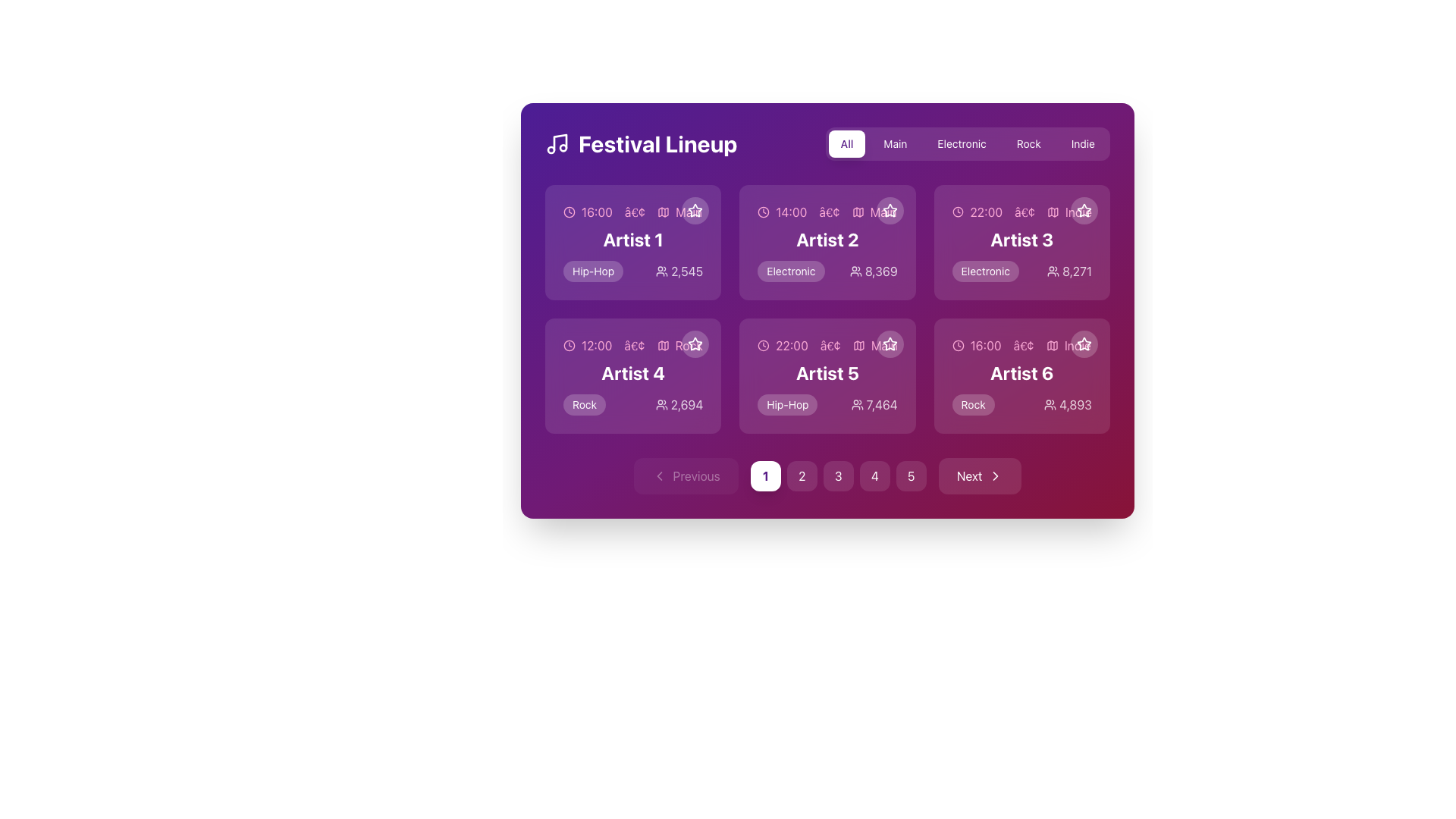  I want to click on the text label displaying the numeric metric '8,271' with a user group icon, located within the card for 'Artist 3' in the grid layout, so click(1068, 271).